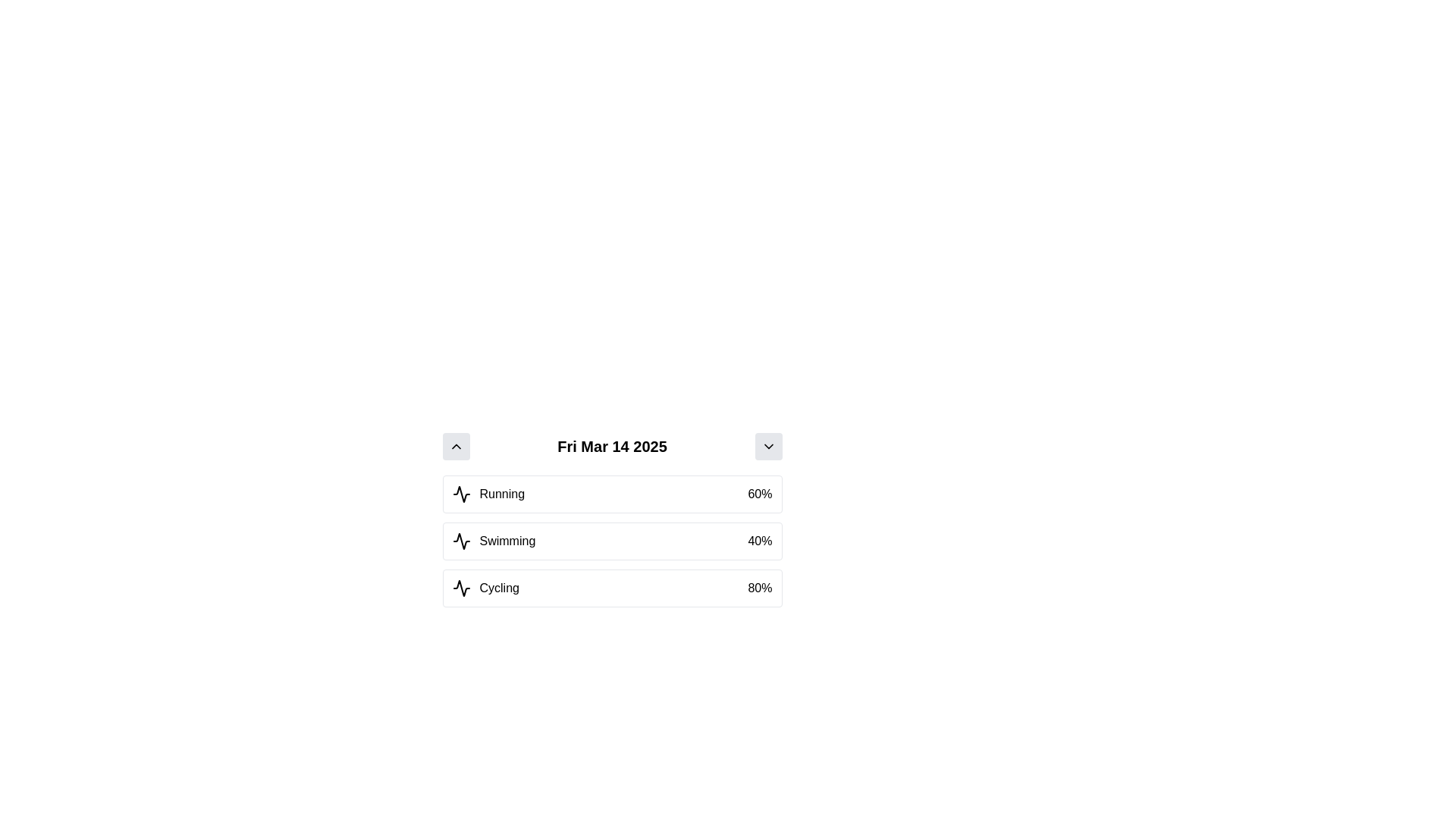  What do you see at coordinates (612, 494) in the screenshot?
I see `the first list item displaying 'Running' and '60%' in the vertically grouped dataset` at bounding box center [612, 494].